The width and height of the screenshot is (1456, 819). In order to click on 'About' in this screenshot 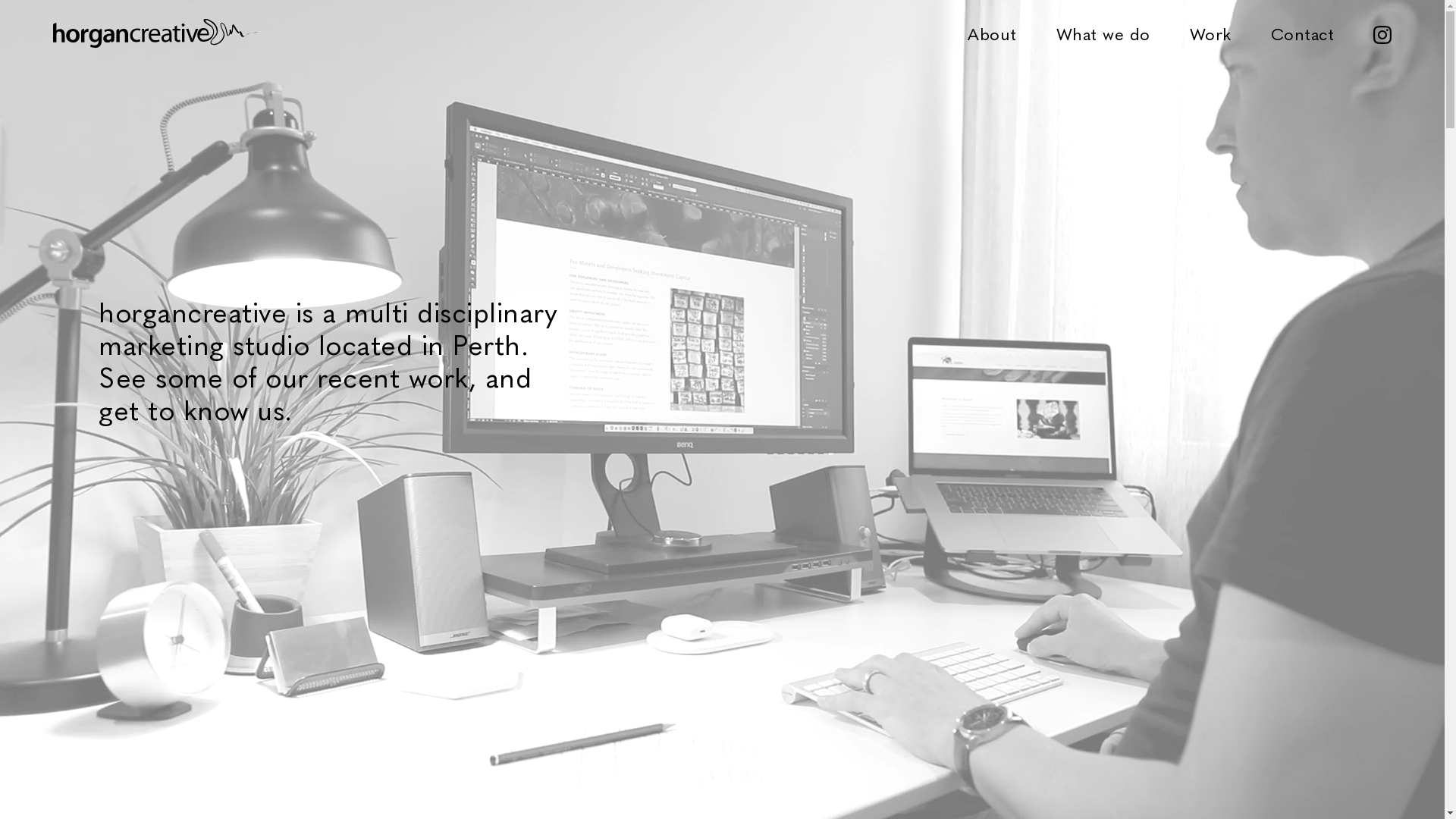, I will do `click(992, 33)`.